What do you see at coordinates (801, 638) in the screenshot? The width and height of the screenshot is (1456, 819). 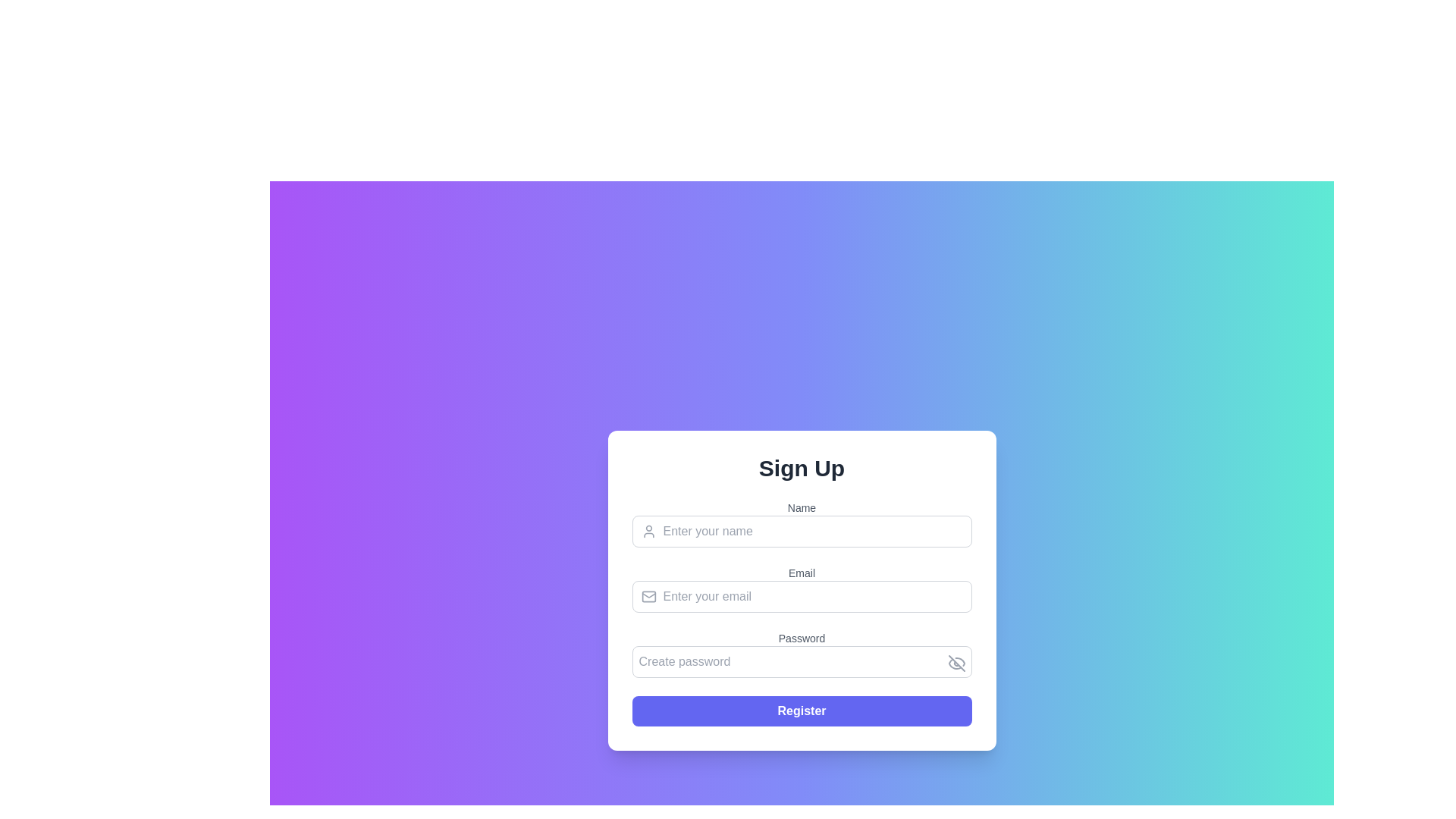 I see `the text of the 'Password' label, which is a gray text label positioned above the password input field in the form` at bounding box center [801, 638].